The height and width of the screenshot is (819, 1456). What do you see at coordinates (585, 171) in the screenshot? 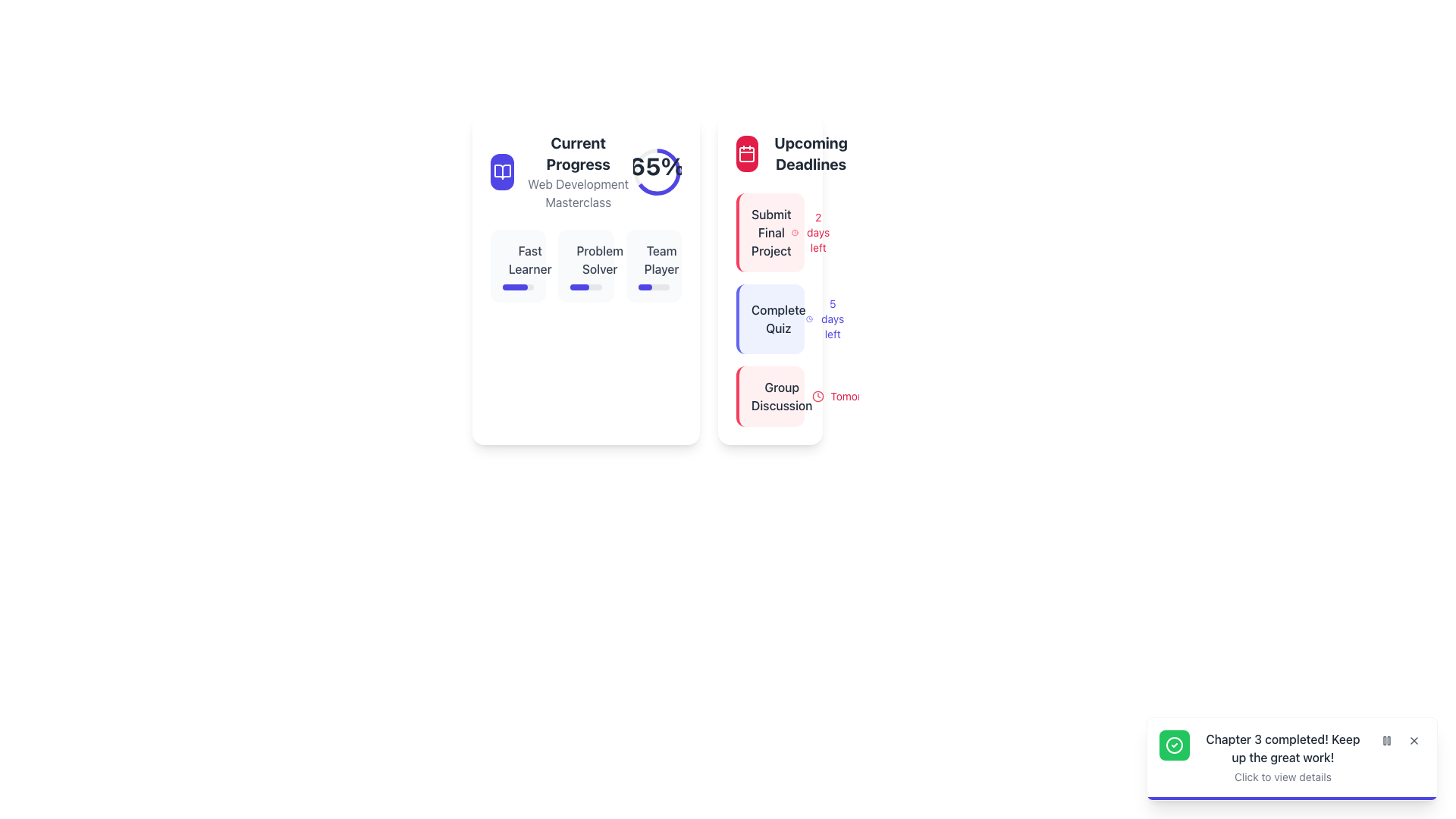
I see `the percentage graphic displaying '65%' in the Progress Indicator with Text and Icon` at bounding box center [585, 171].